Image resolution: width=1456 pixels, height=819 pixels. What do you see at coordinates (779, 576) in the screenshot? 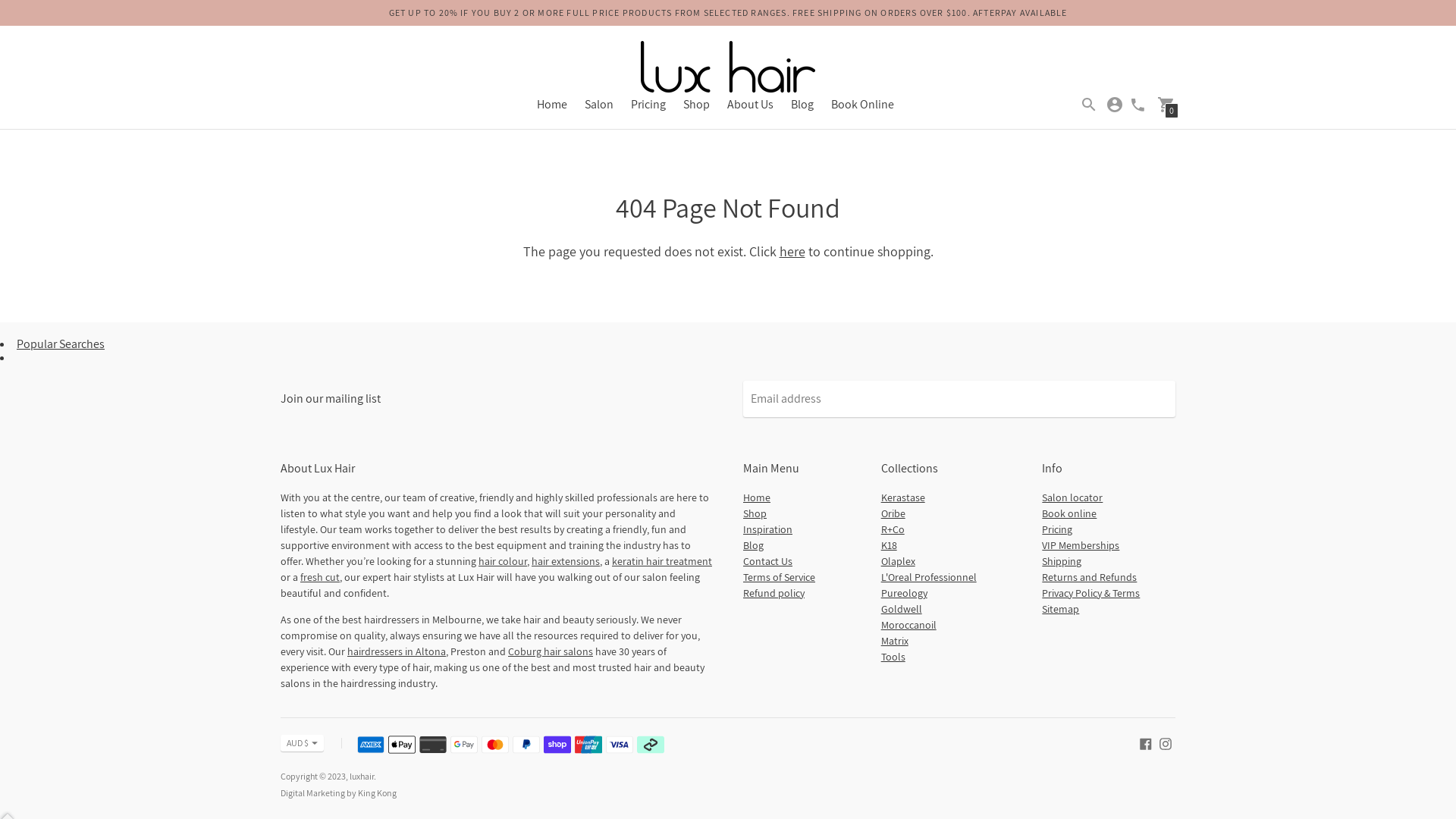
I see `'Terms of Service'` at bounding box center [779, 576].